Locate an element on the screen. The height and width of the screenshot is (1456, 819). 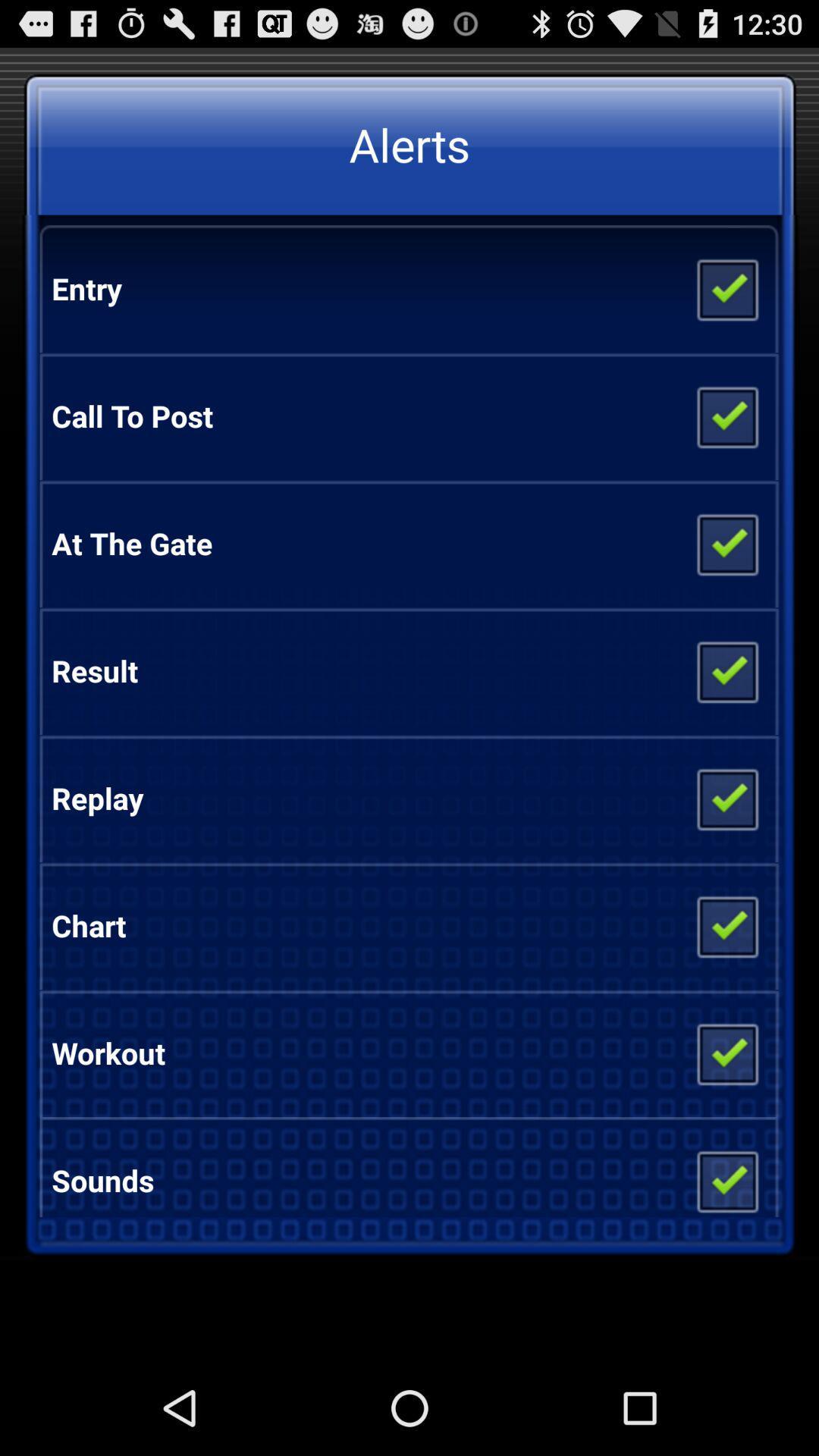
item next to the call to post is located at coordinates (726, 416).